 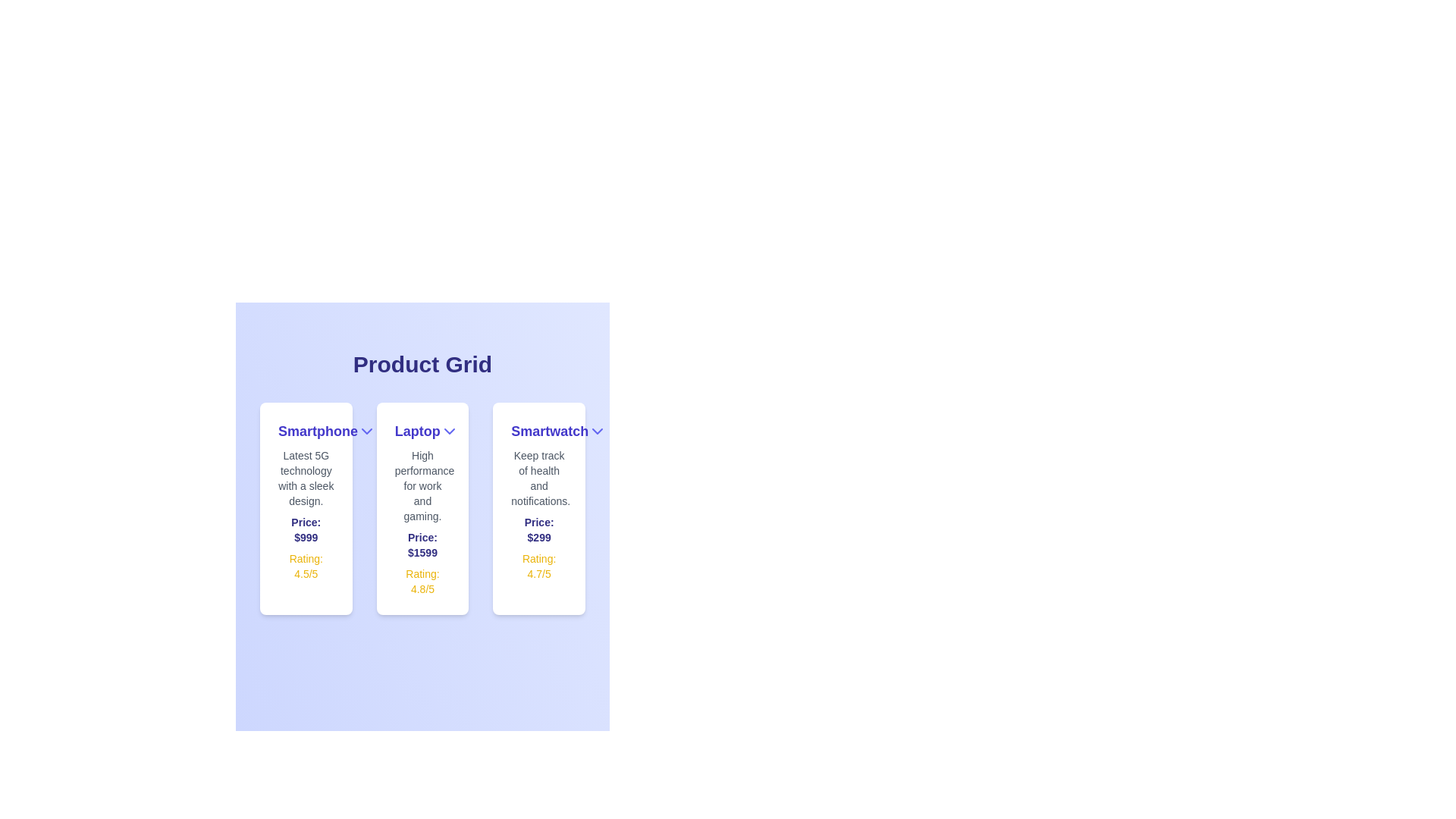 What do you see at coordinates (539, 566) in the screenshot?
I see `the rating text indicating the value out of 5 for the 'Smartwatch' product, located at the bottom of the product card` at bounding box center [539, 566].